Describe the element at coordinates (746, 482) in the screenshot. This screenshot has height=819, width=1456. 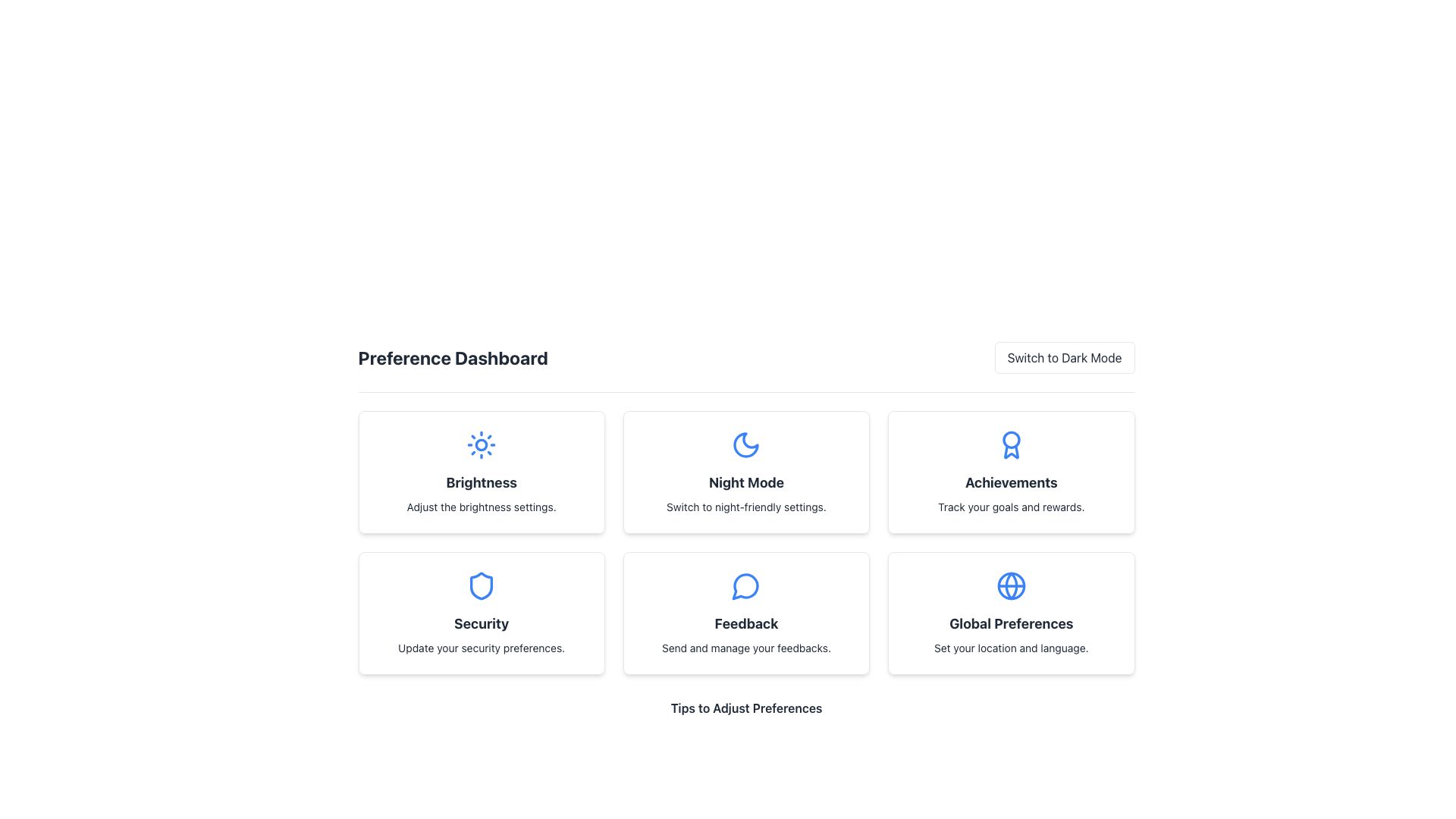
I see `the 'Night Mode' title text label which indicates the feature related to switching to a night-friendly interface setting` at that location.